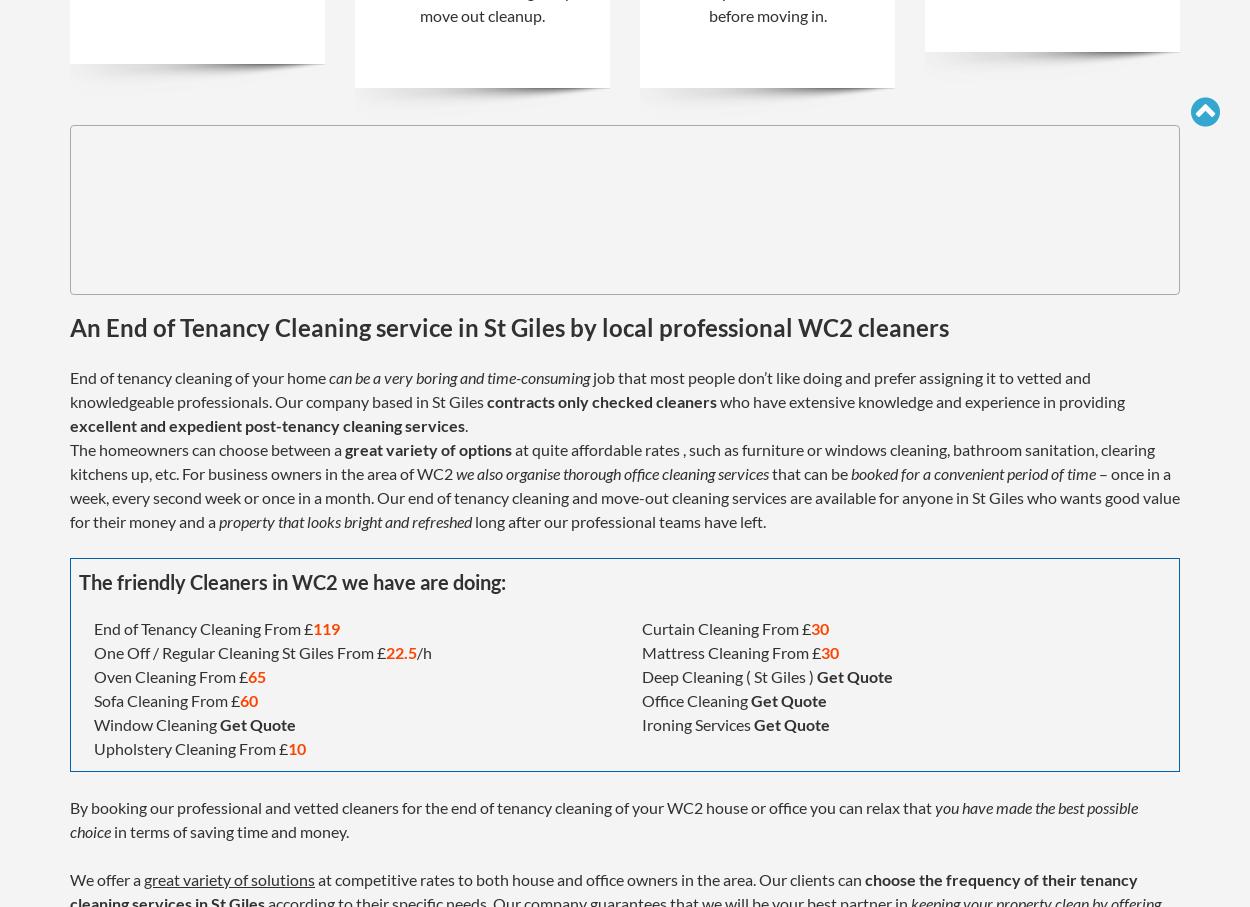 Image resolution: width=1250 pixels, height=907 pixels. Describe the element at coordinates (229, 829) in the screenshot. I see `'in terms of saving time and money.'` at that location.